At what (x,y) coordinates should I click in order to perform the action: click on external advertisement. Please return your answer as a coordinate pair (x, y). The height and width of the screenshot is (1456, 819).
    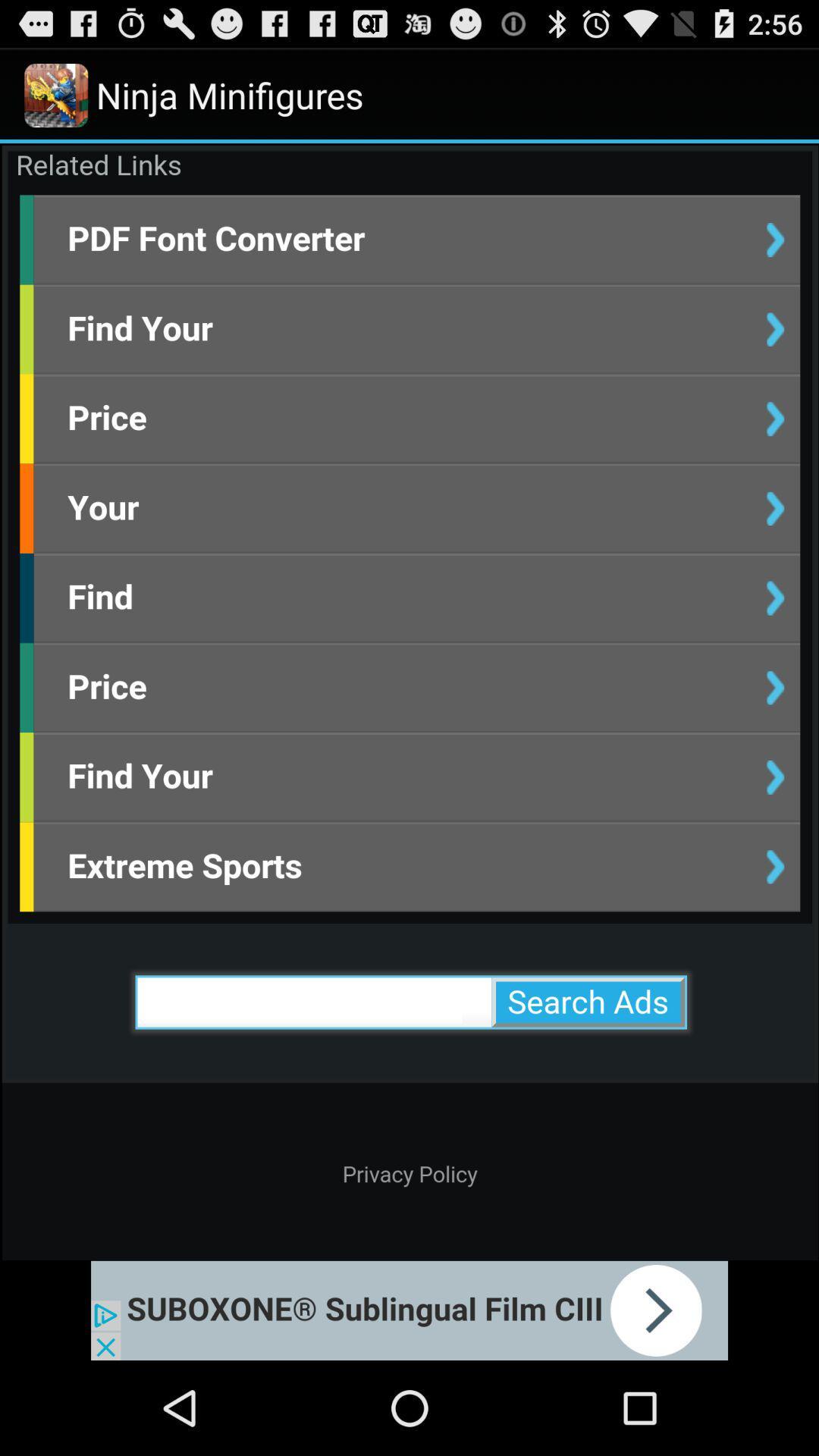
    Looking at the image, I should click on (409, 1310).